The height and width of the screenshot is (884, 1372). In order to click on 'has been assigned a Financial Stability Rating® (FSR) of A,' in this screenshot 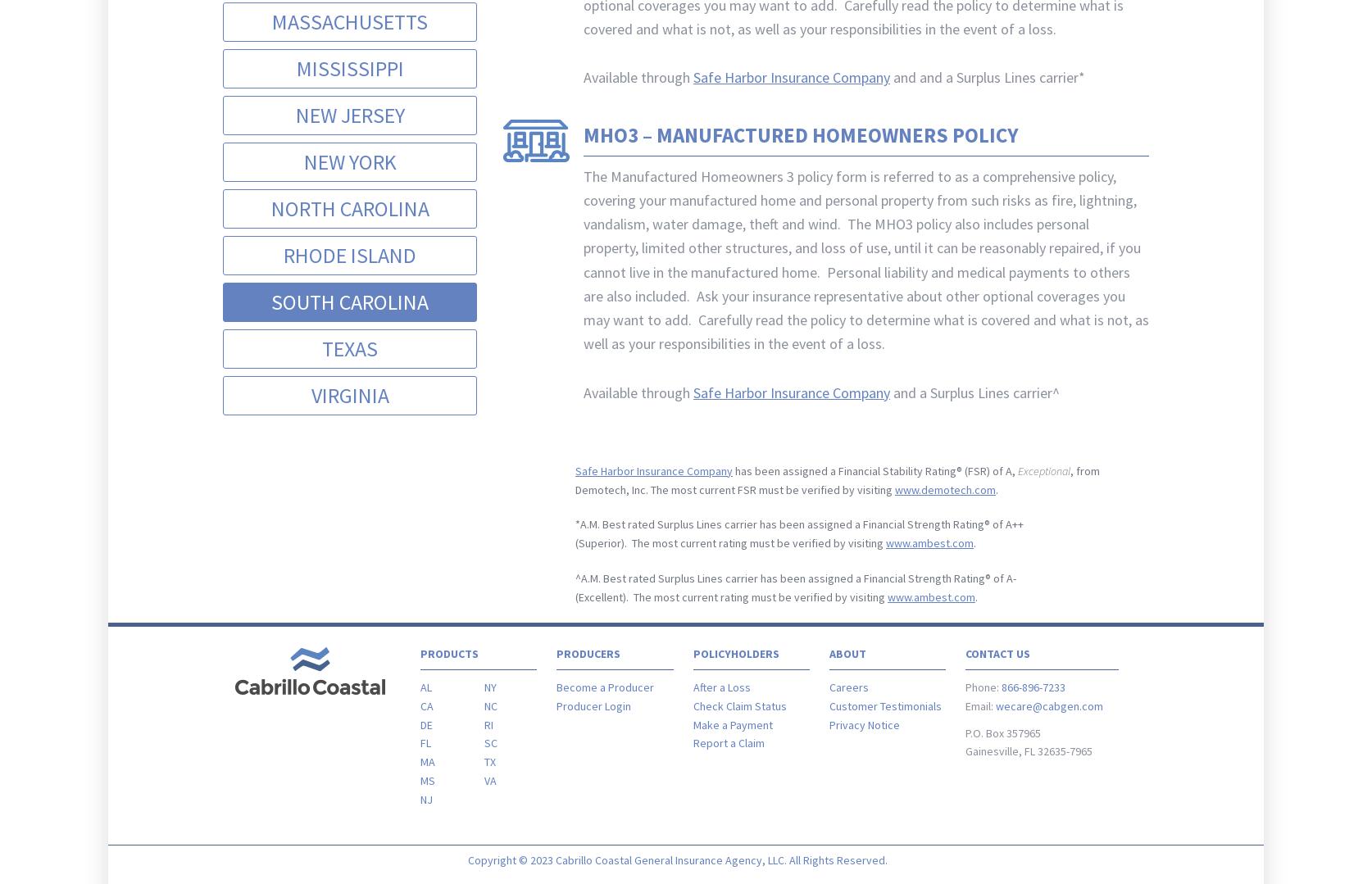, I will do `click(875, 469)`.